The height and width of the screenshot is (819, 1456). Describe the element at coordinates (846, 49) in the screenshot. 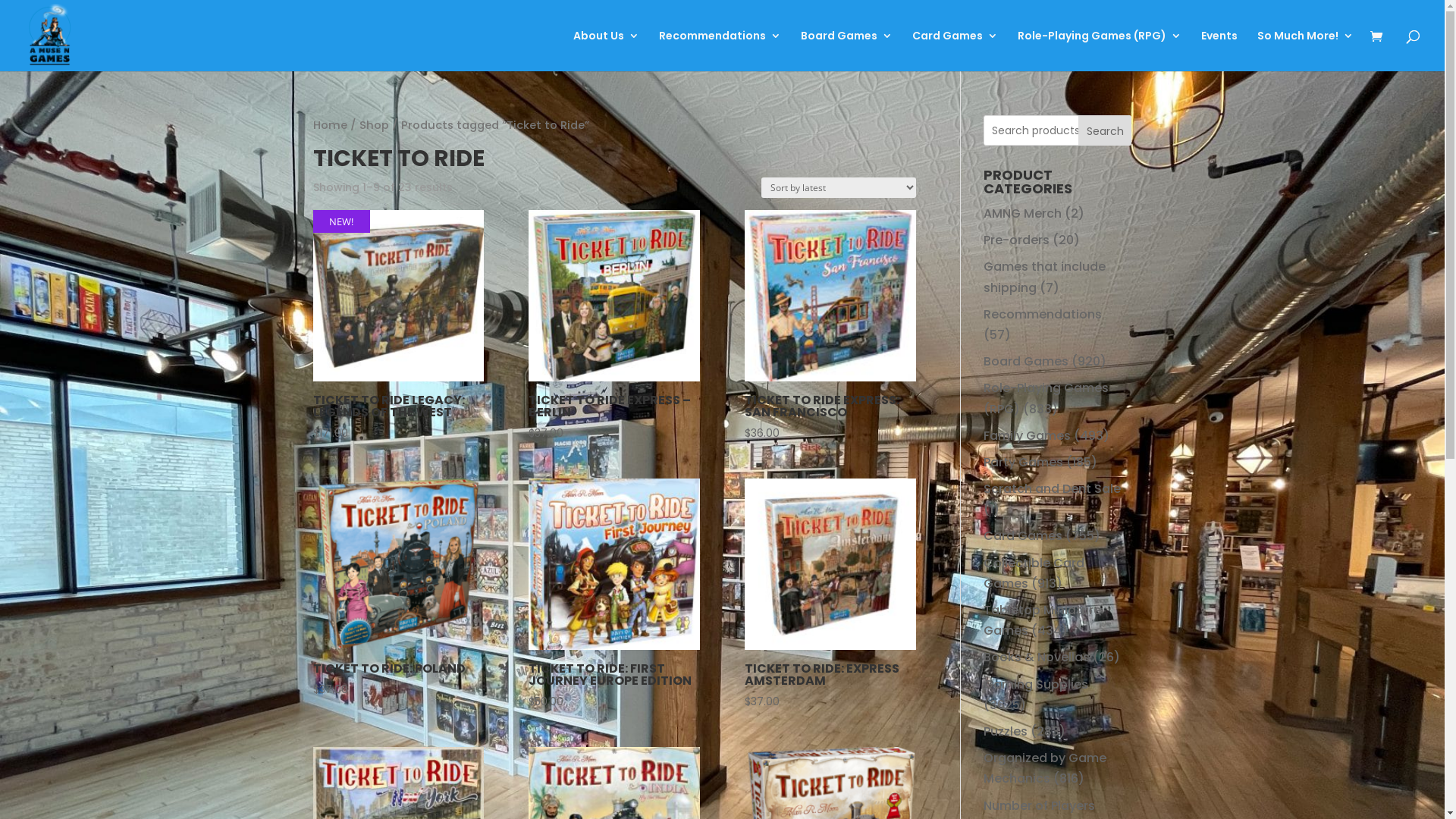

I see `'Board Games'` at that location.